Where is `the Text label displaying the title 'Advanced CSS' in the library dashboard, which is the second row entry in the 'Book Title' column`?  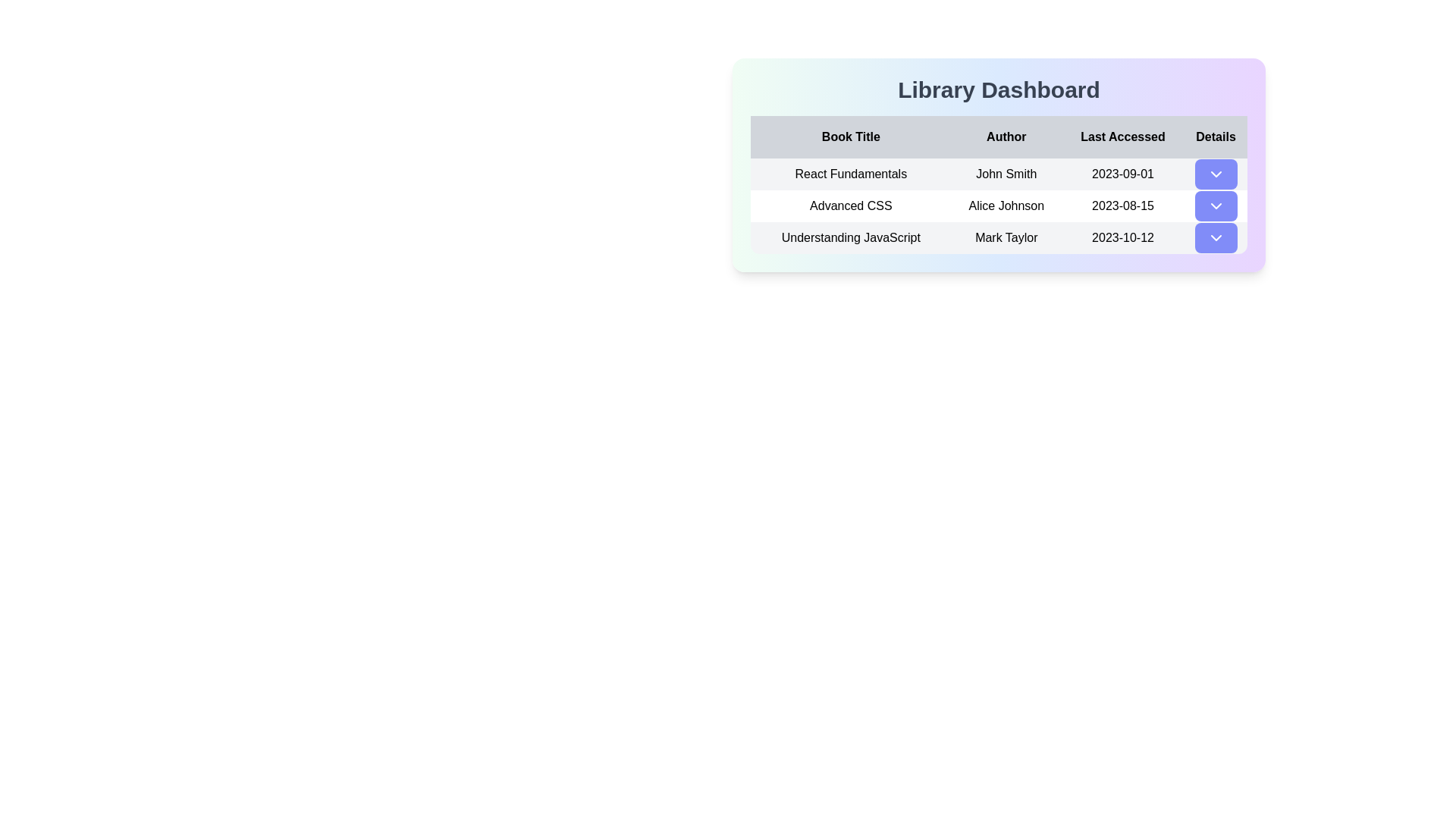 the Text label displaying the title 'Advanced CSS' in the library dashboard, which is the second row entry in the 'Book Title' column is located at coordinates (851, 206).